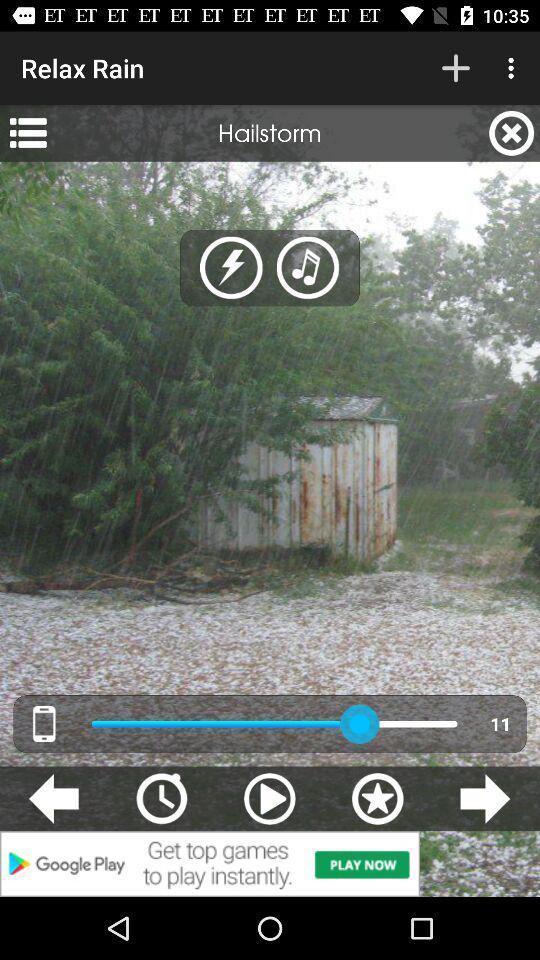  What do you see at coordinates (511, 132) in the screenshot?
I see `the item to the right of hailstorm app` at bounding box center [511, 132].